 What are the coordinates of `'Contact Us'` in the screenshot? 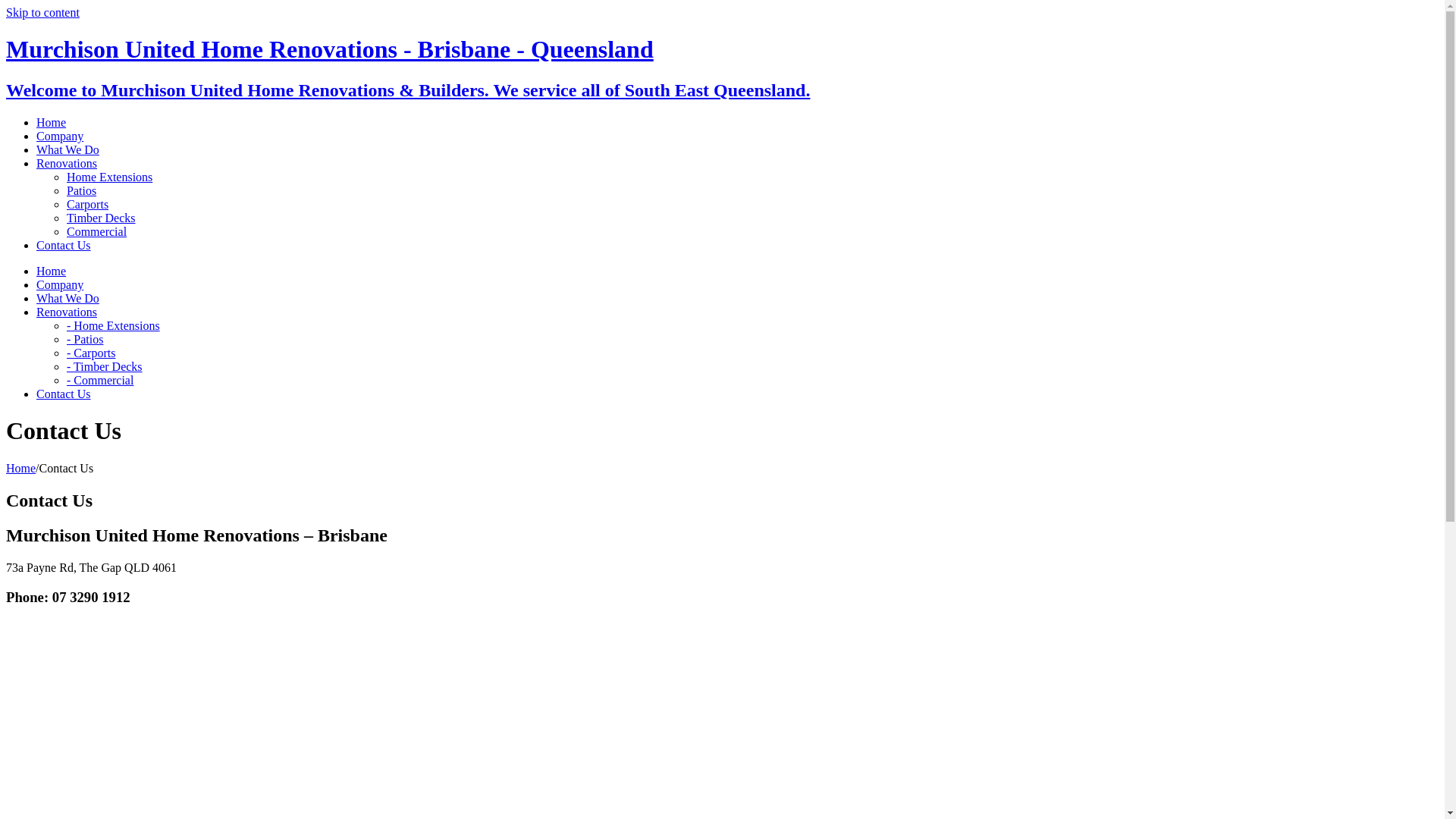 It's located at (62, 393).